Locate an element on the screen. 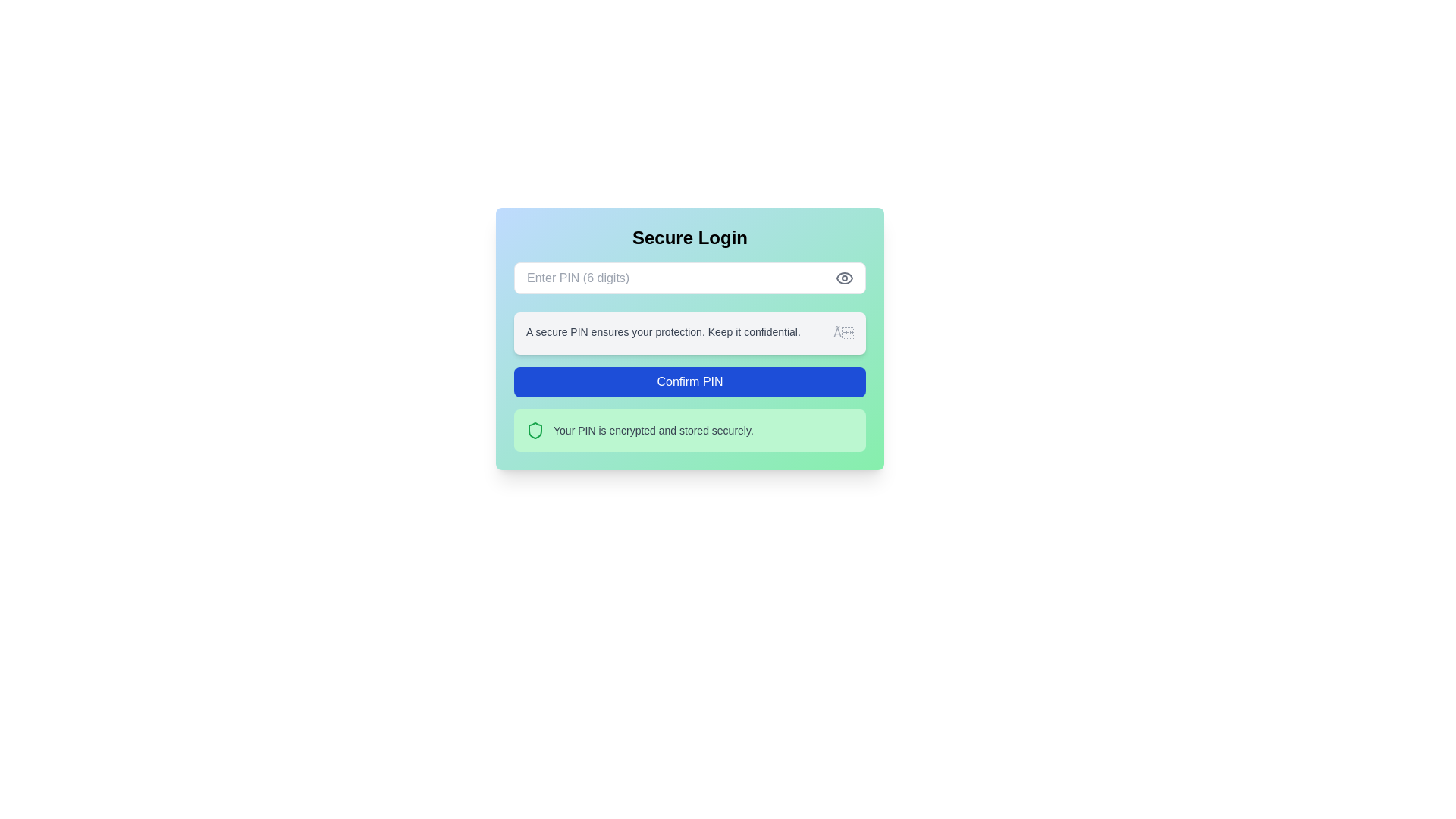  the visibility toggle icon located to the right of the PIN input field is located at coordinates (843, 278).